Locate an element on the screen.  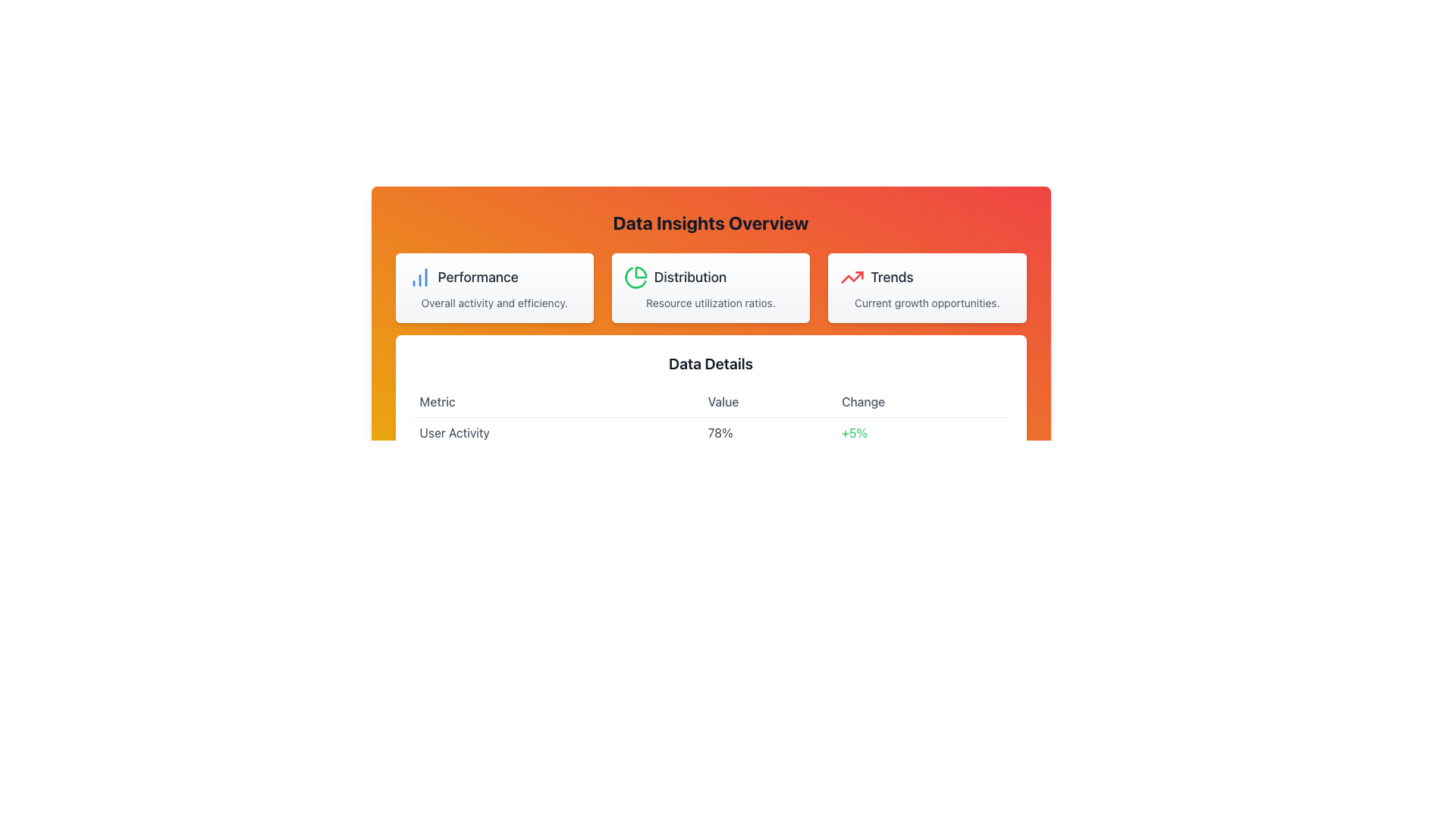
the blue bar chart icon located next to the 'Performance' text label is located at coordinates (419, 278).